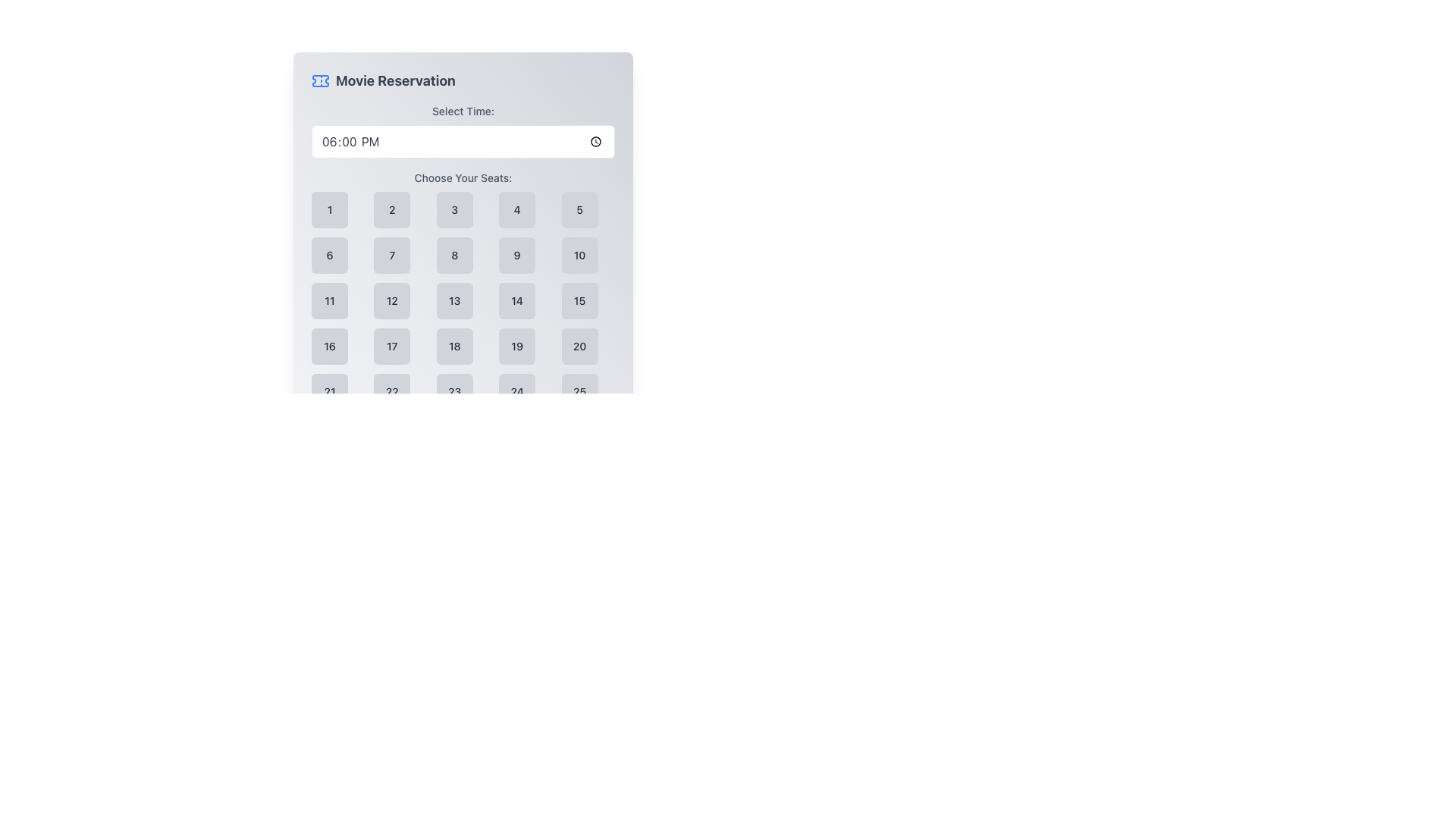 This screenshot has width=1456, height=819. I want to click on the square button with rounded corners that has a light gray background and the number '3' in black at the center, positioned below the 'Choose Your Seats' label in the first row of a grid layout, so click(453, 210).